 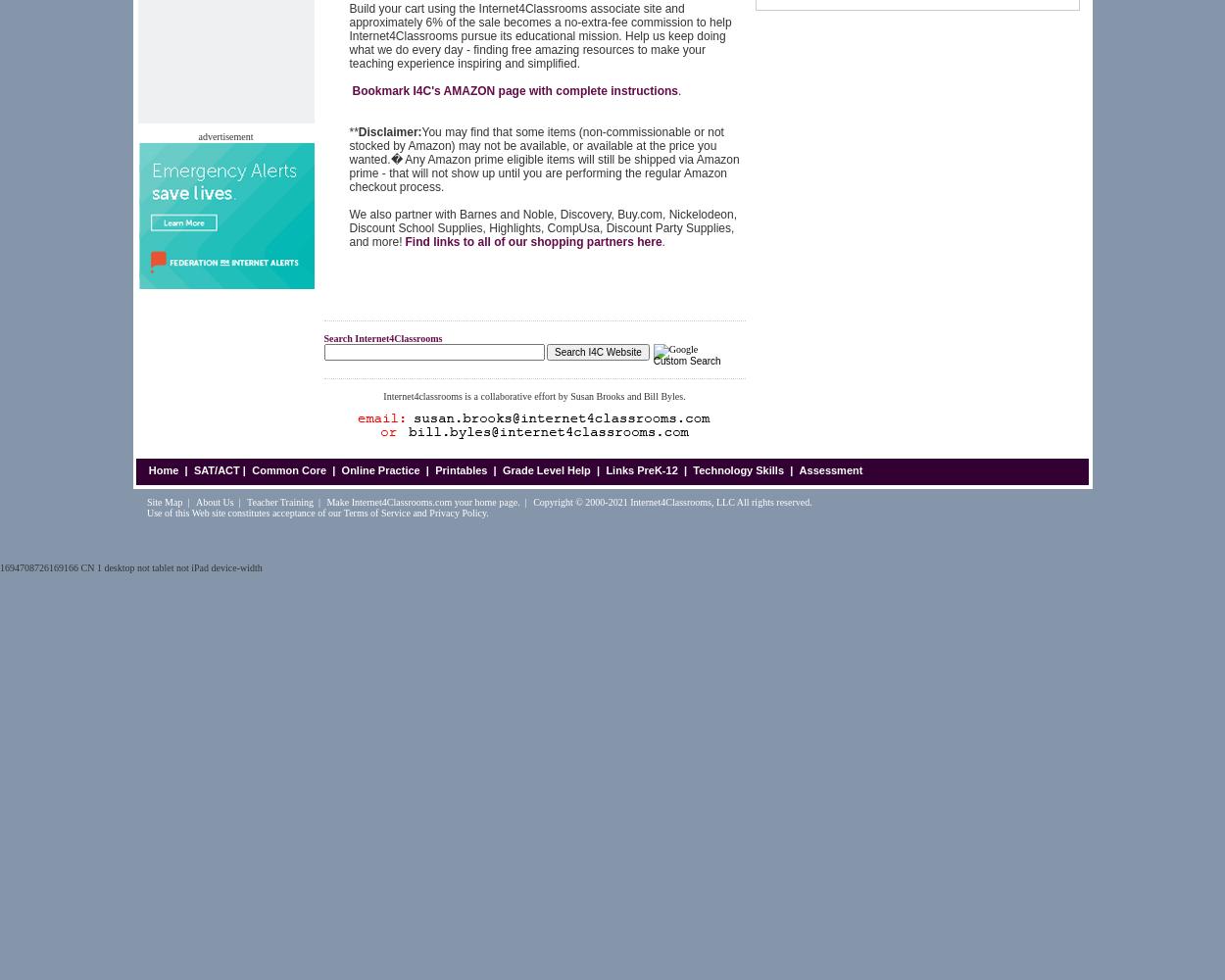 I want to click on 'Teacher Training', so click(x=279, y=502).